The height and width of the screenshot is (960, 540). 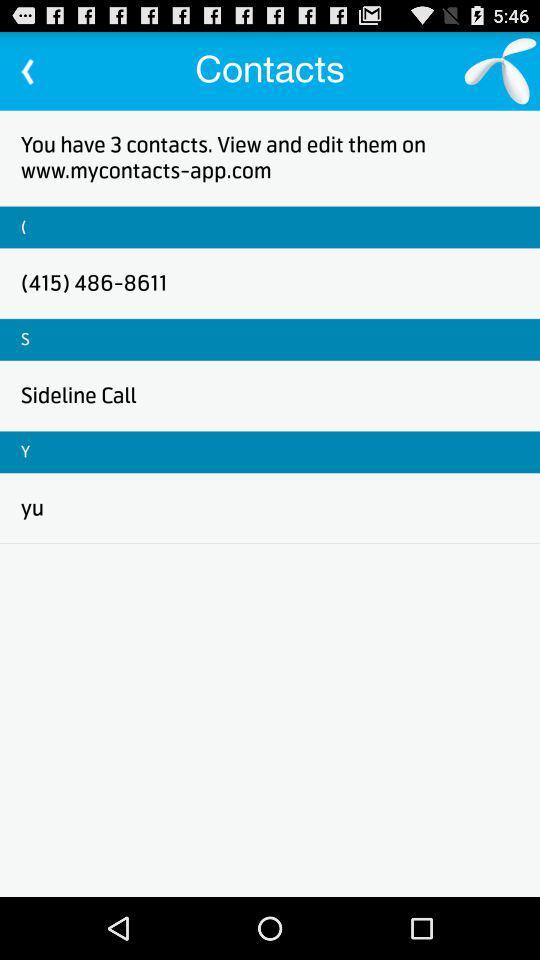 I want to click on ( item, so click(x=22, y=227).